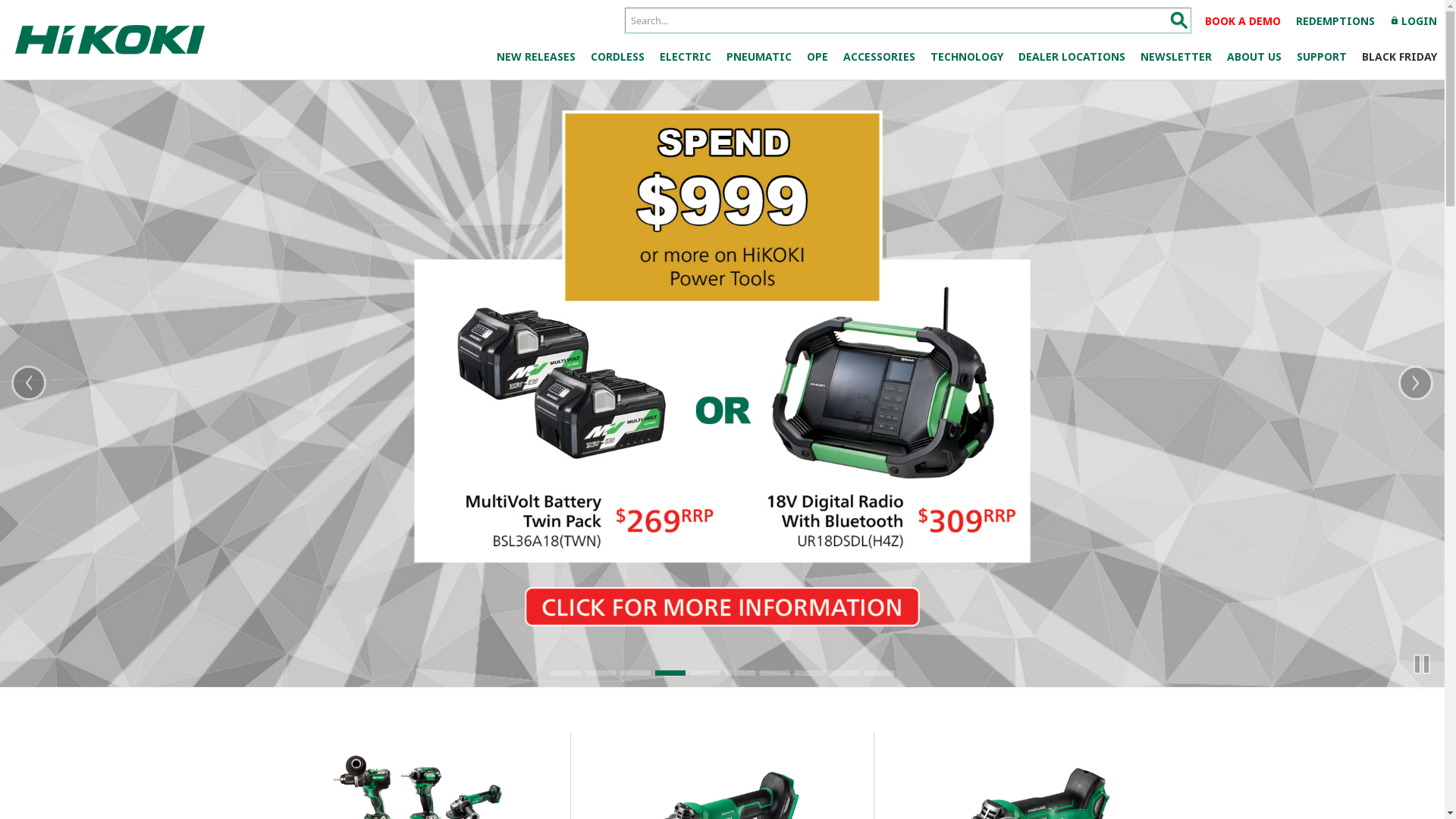  I want to click on 'CORDLESS', so click(582, 55).